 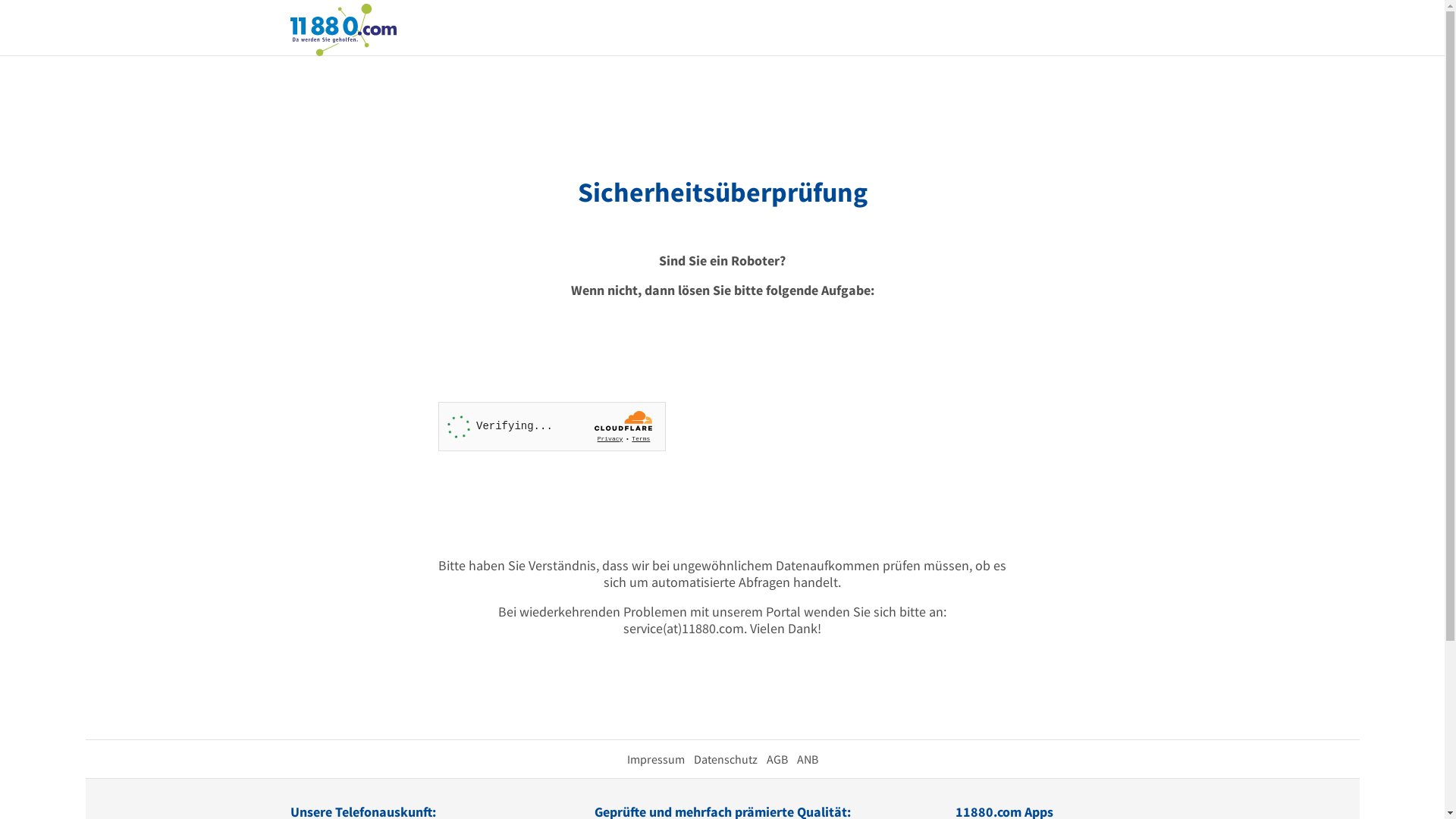 I want to click on 'Impressum', so click(x=655, y=759).